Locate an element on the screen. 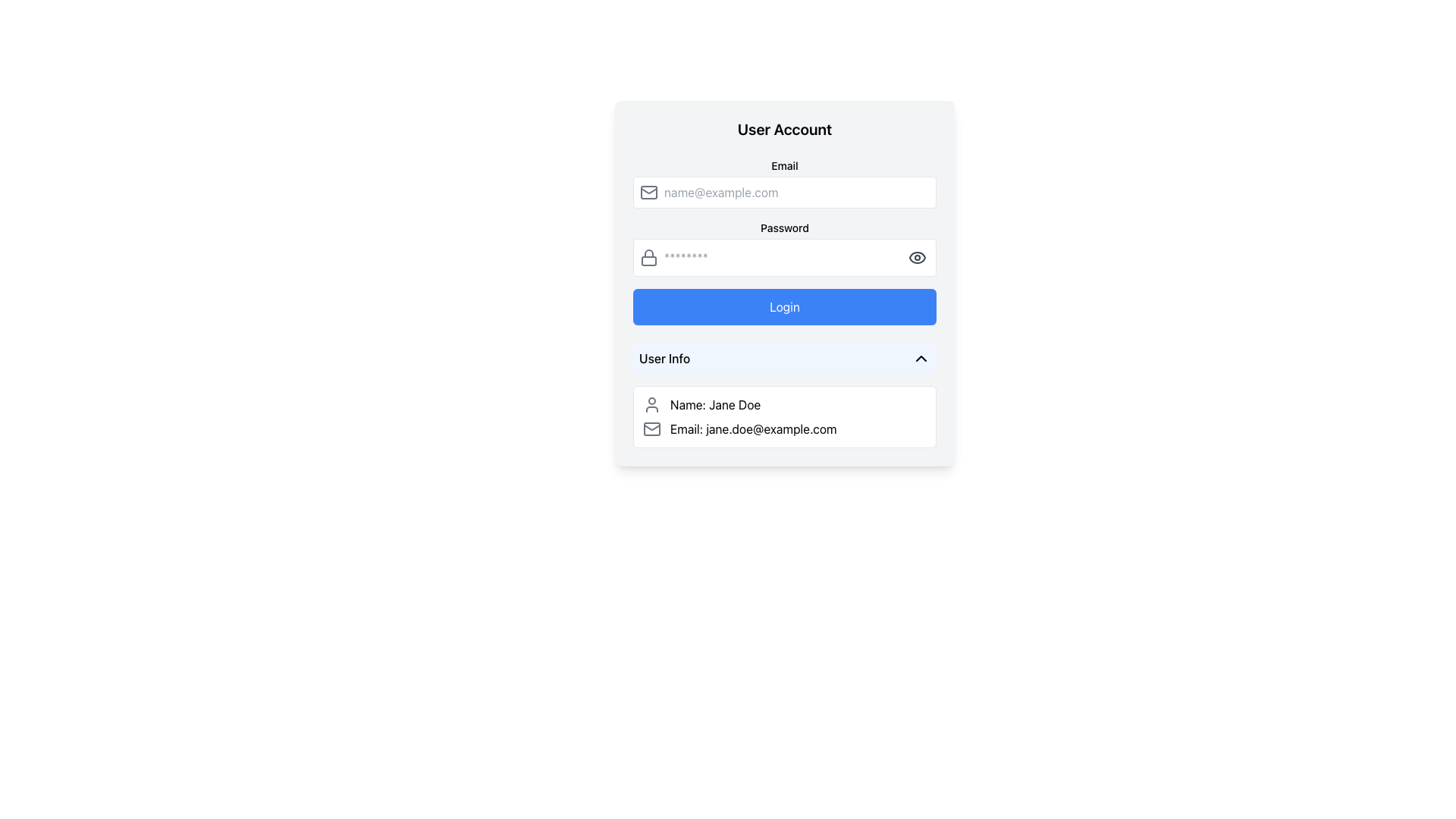 This screenshot has height=819, width=1456. the decorative SVG rectangle element that represents the body of the mail envelope icon, which is adjacent to the email input field on the account login interface is located at coordinates (648, 192).